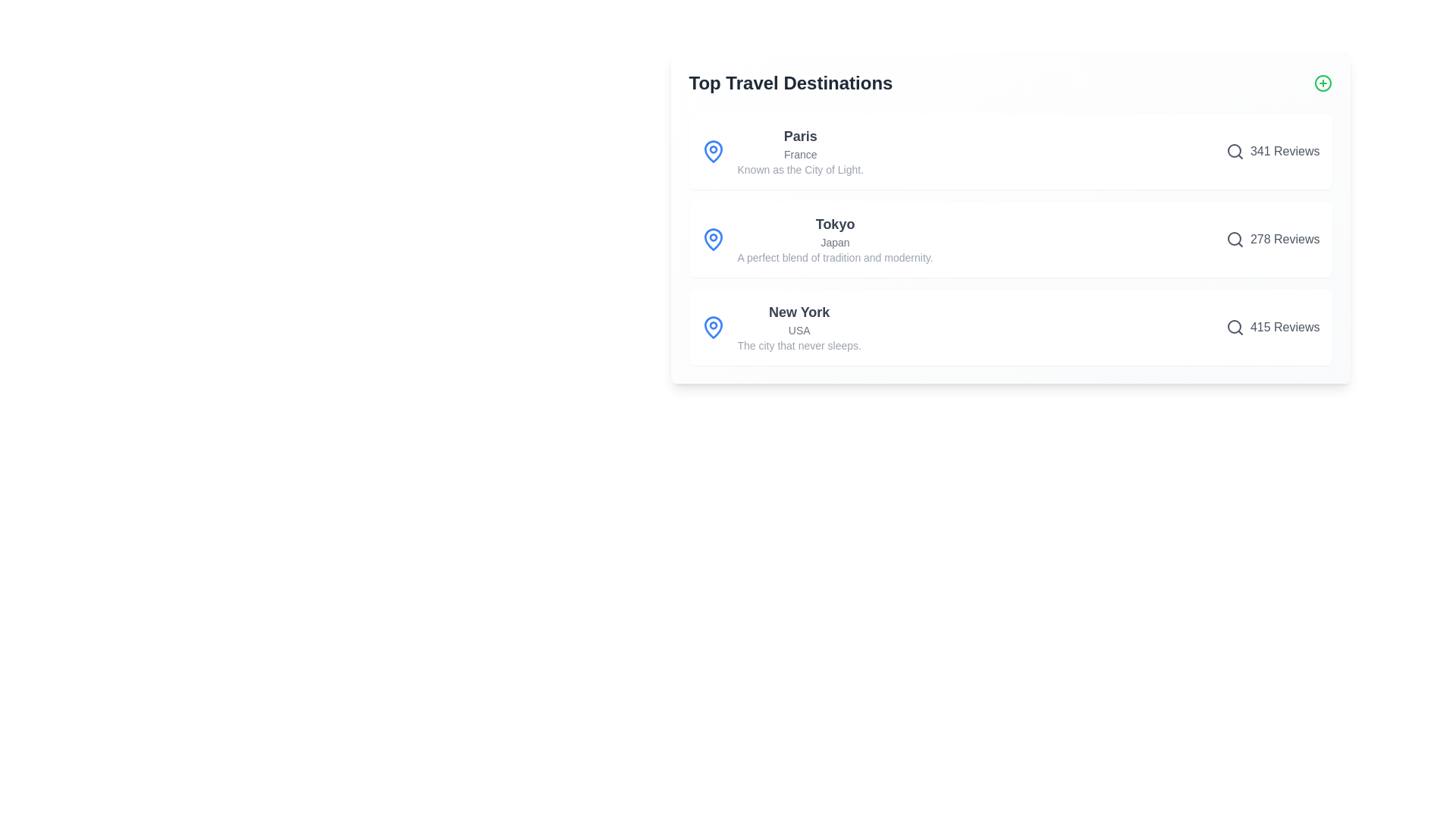 The width and height of the screenshot is (1456, 819). I want to click on the destination item for New York, so click(1010, 327).